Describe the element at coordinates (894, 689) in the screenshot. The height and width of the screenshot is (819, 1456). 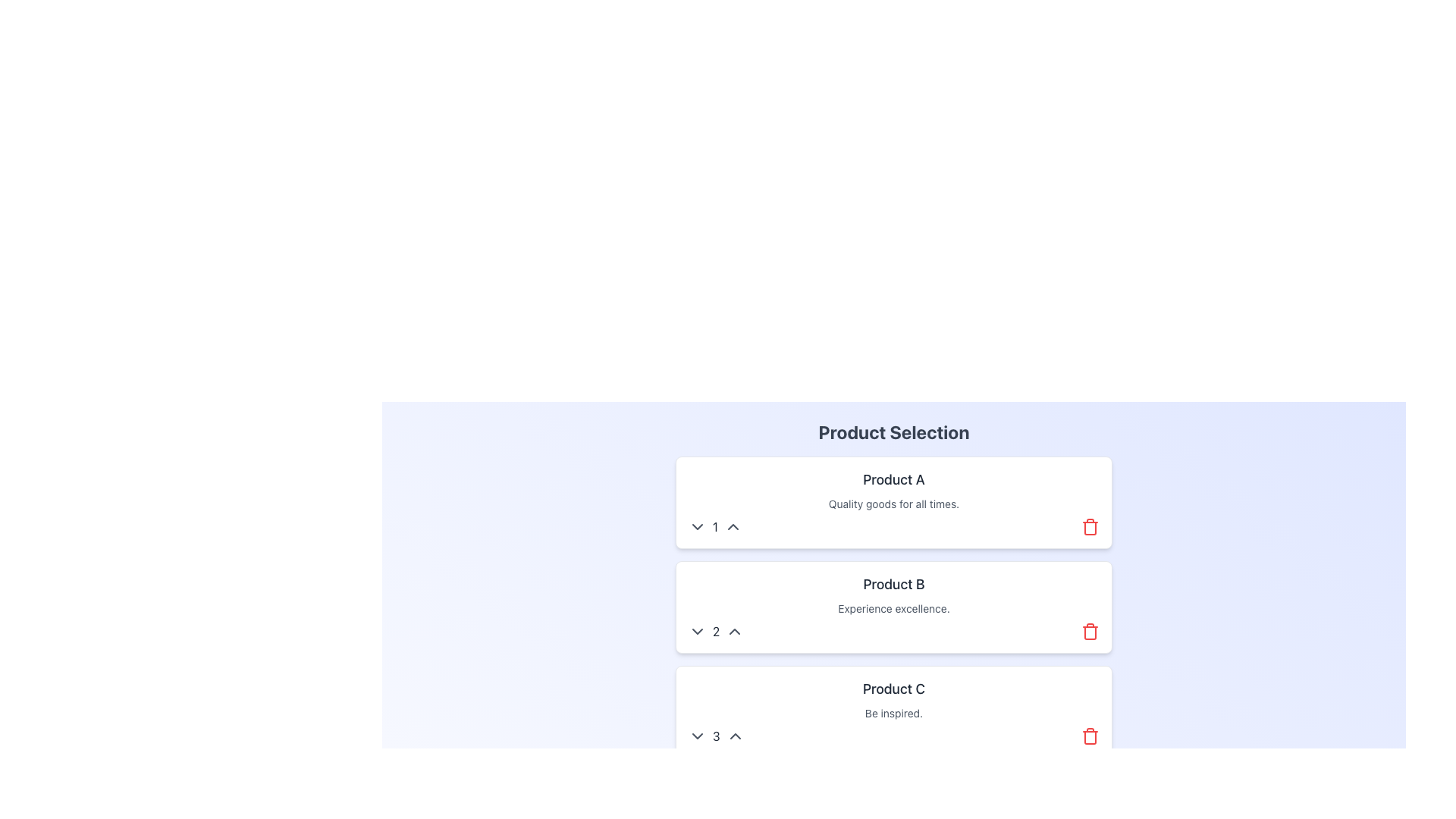
I see `the text label that identifies the product title in the third card under 'Product Selection'` at that location.